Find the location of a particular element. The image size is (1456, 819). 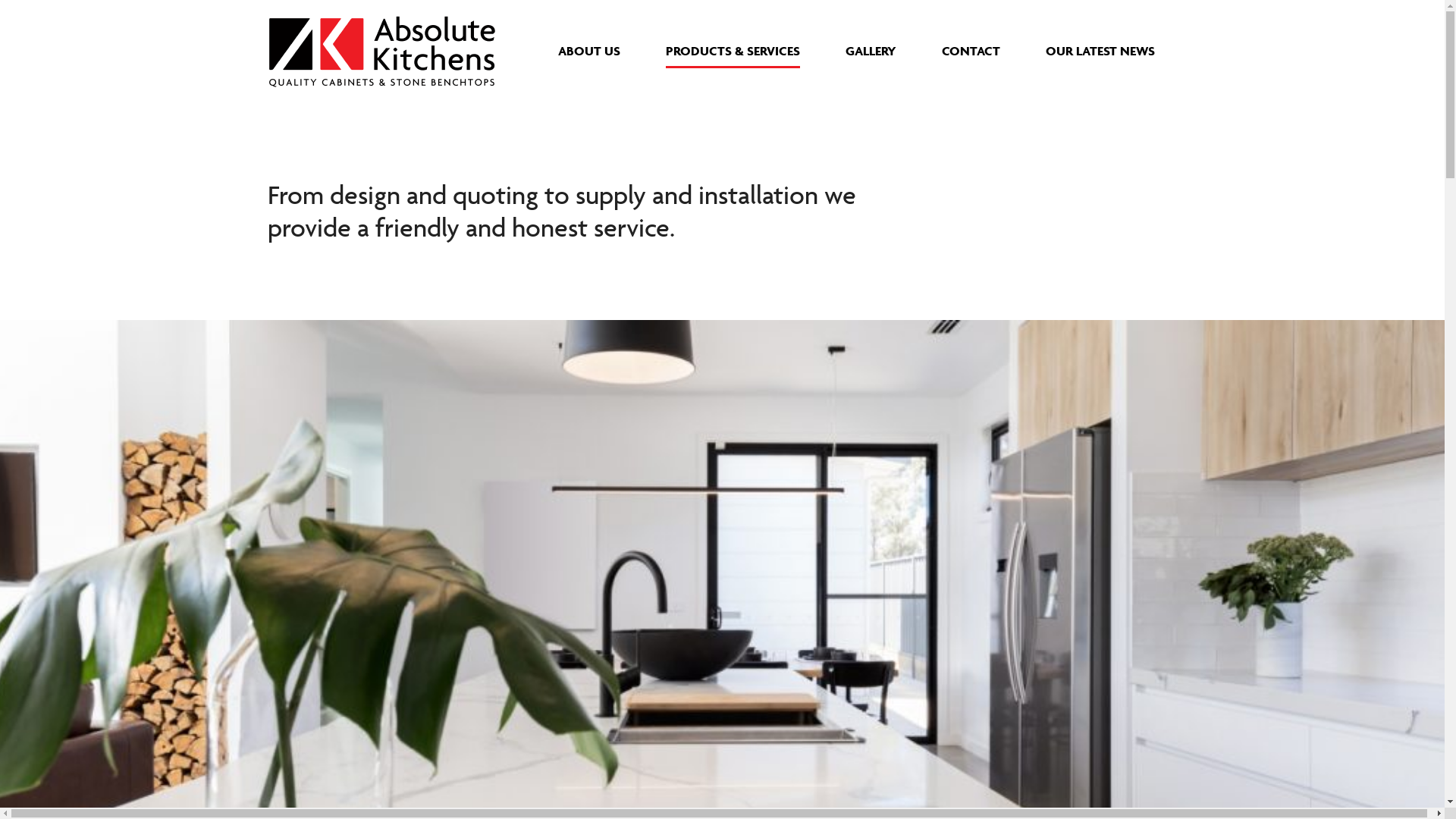

'GALLERY' is located at coordinates (870, 49).